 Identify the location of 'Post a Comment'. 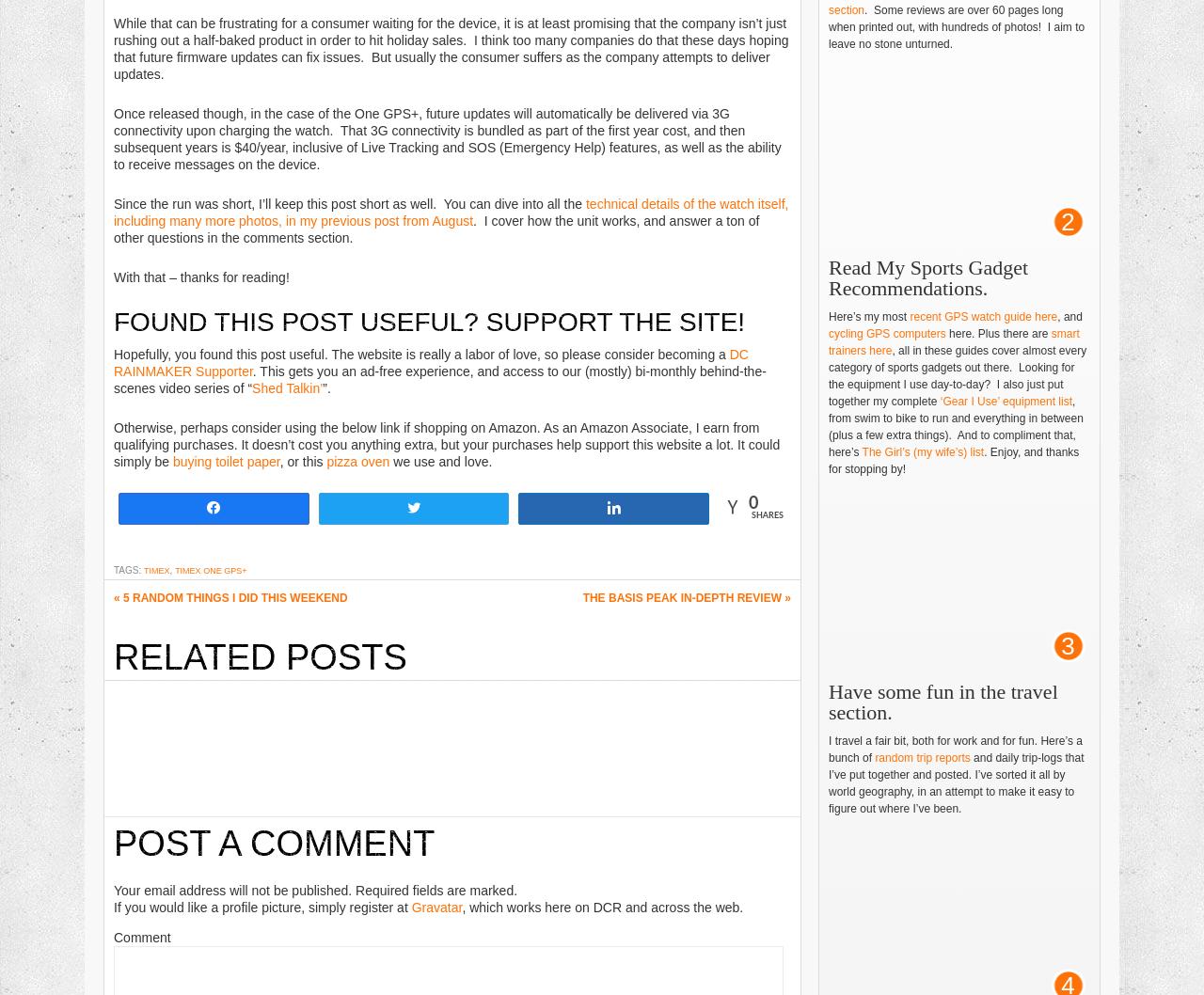
(112, 843).